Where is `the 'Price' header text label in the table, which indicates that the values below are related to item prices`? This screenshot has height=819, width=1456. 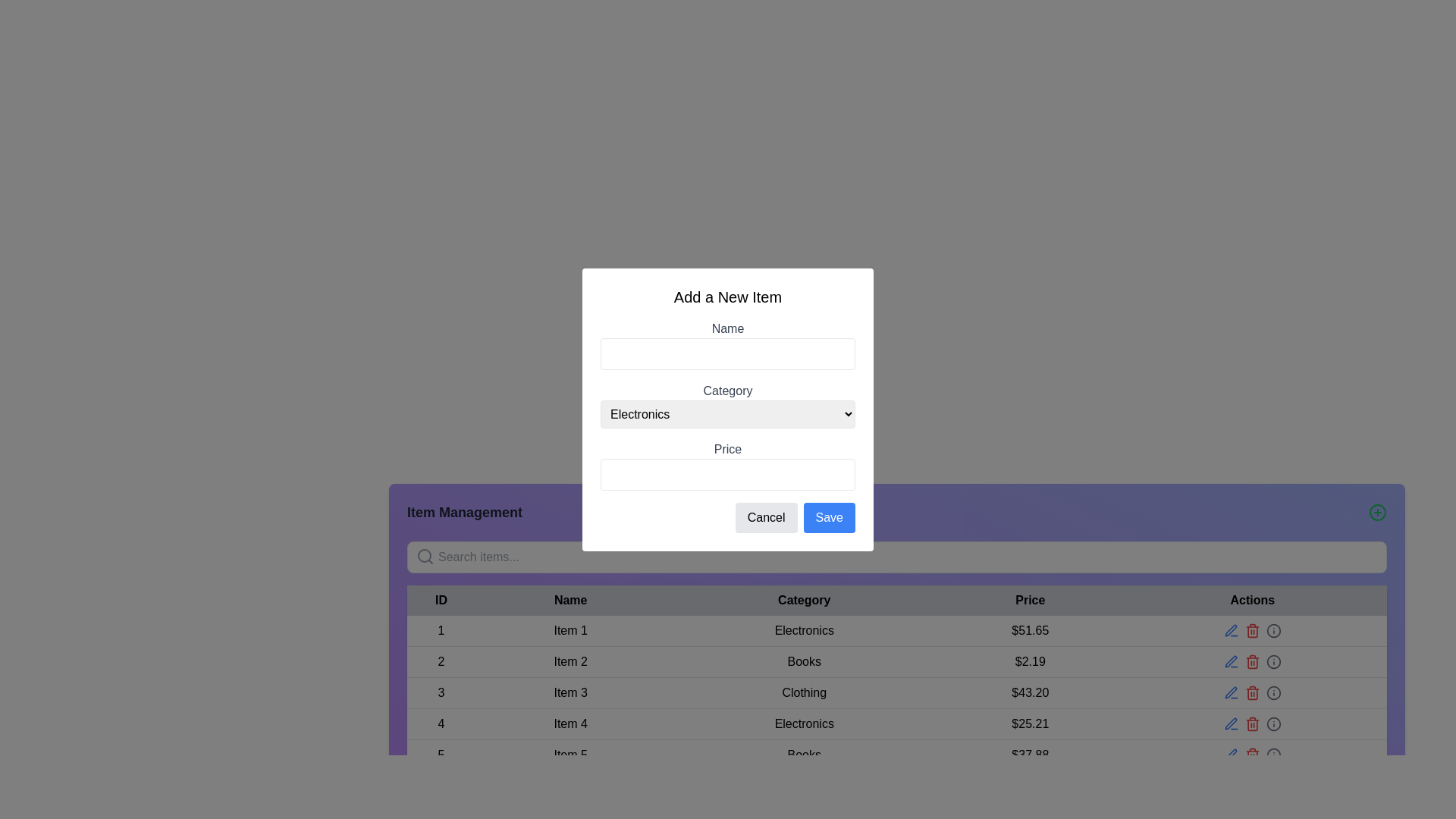
the 'Price' header text label in the table, which indicates that the values below are related to item prices is located at coordinates (1030, 599).